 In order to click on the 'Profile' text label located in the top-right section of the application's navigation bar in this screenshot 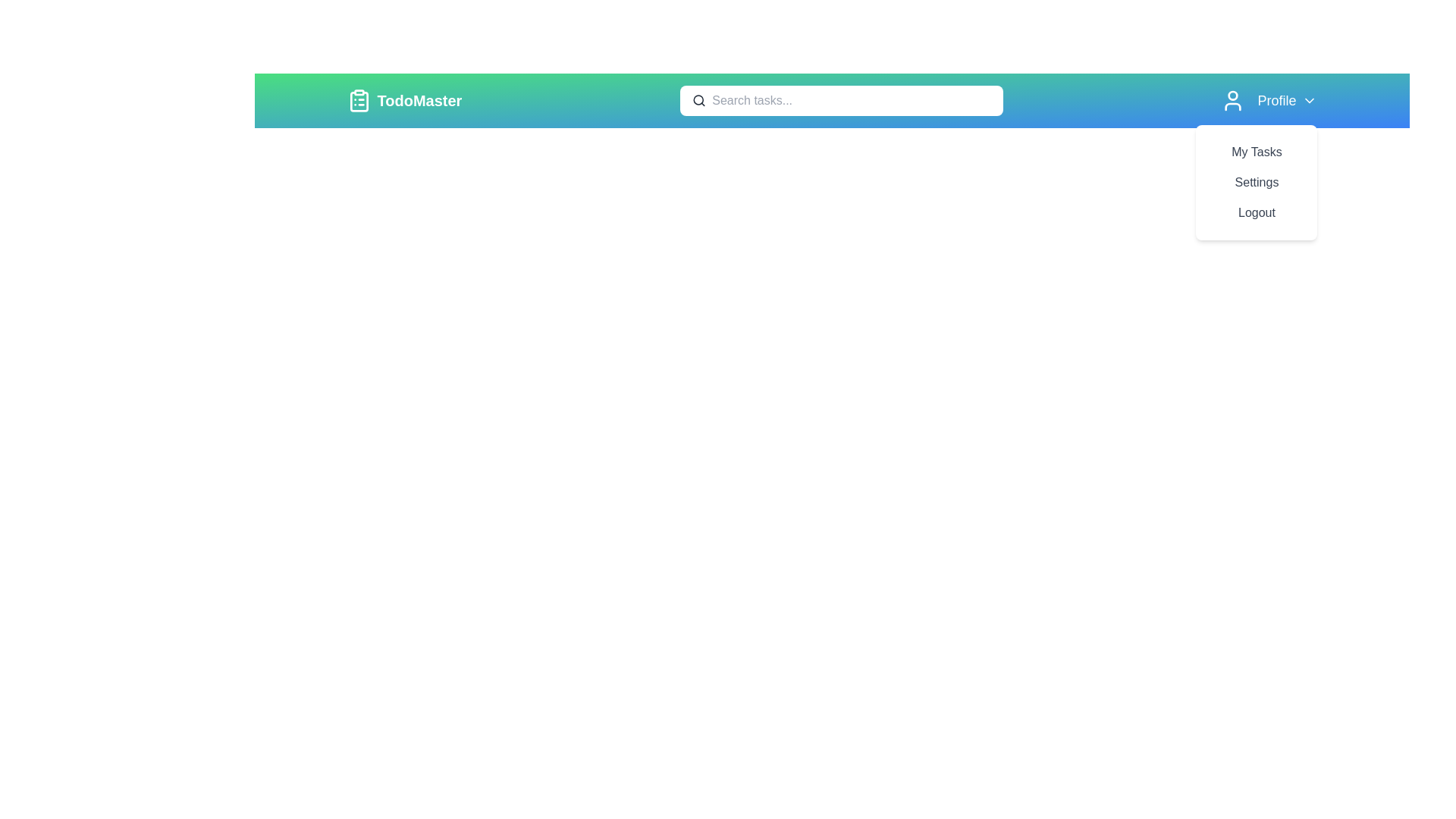, I will do `click(1276, 100)`.